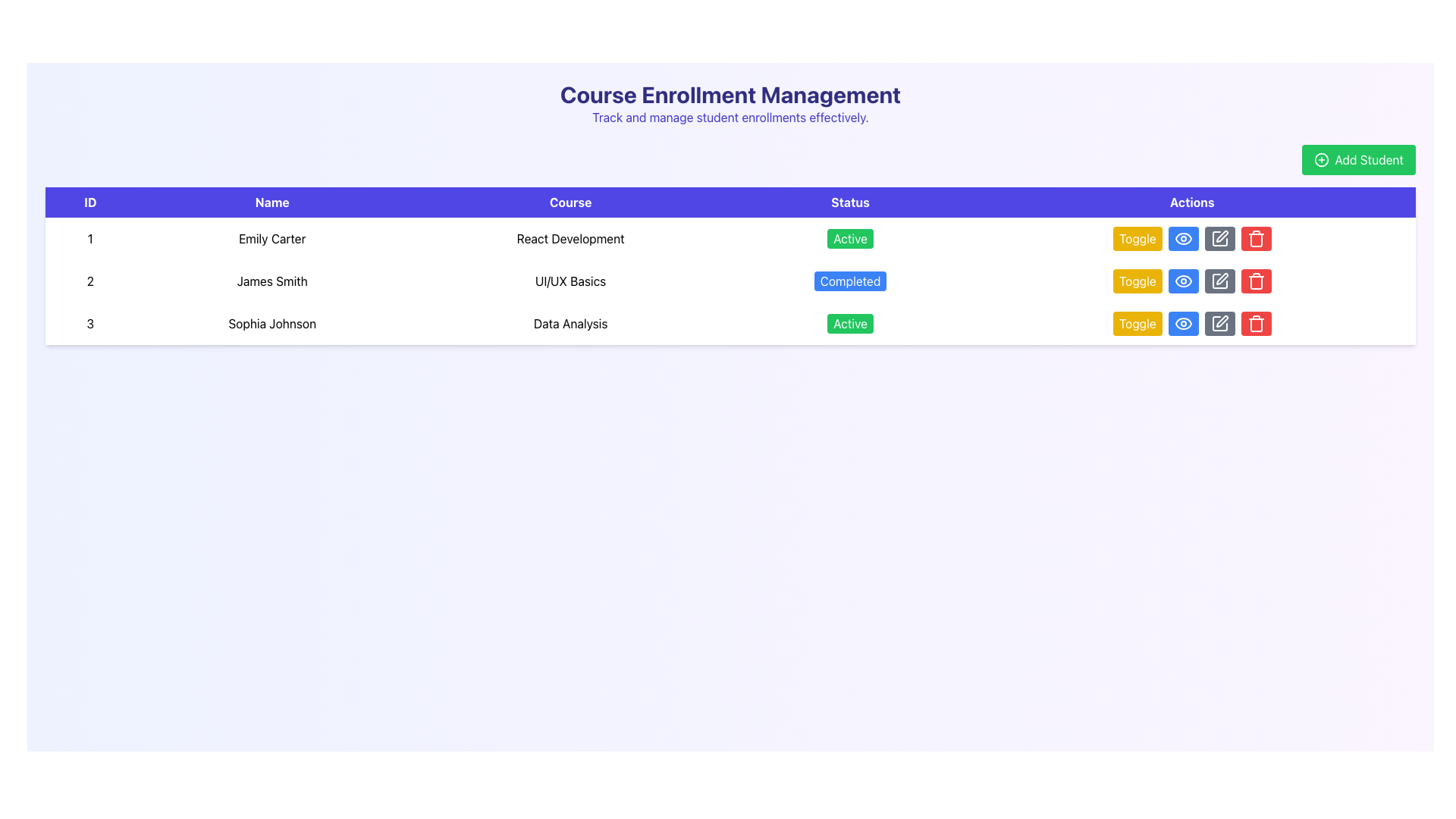  I want to click on the third button in the 'Actions' column of the first row to initiate editing of the student's enrollment information, so click(1219, 281).